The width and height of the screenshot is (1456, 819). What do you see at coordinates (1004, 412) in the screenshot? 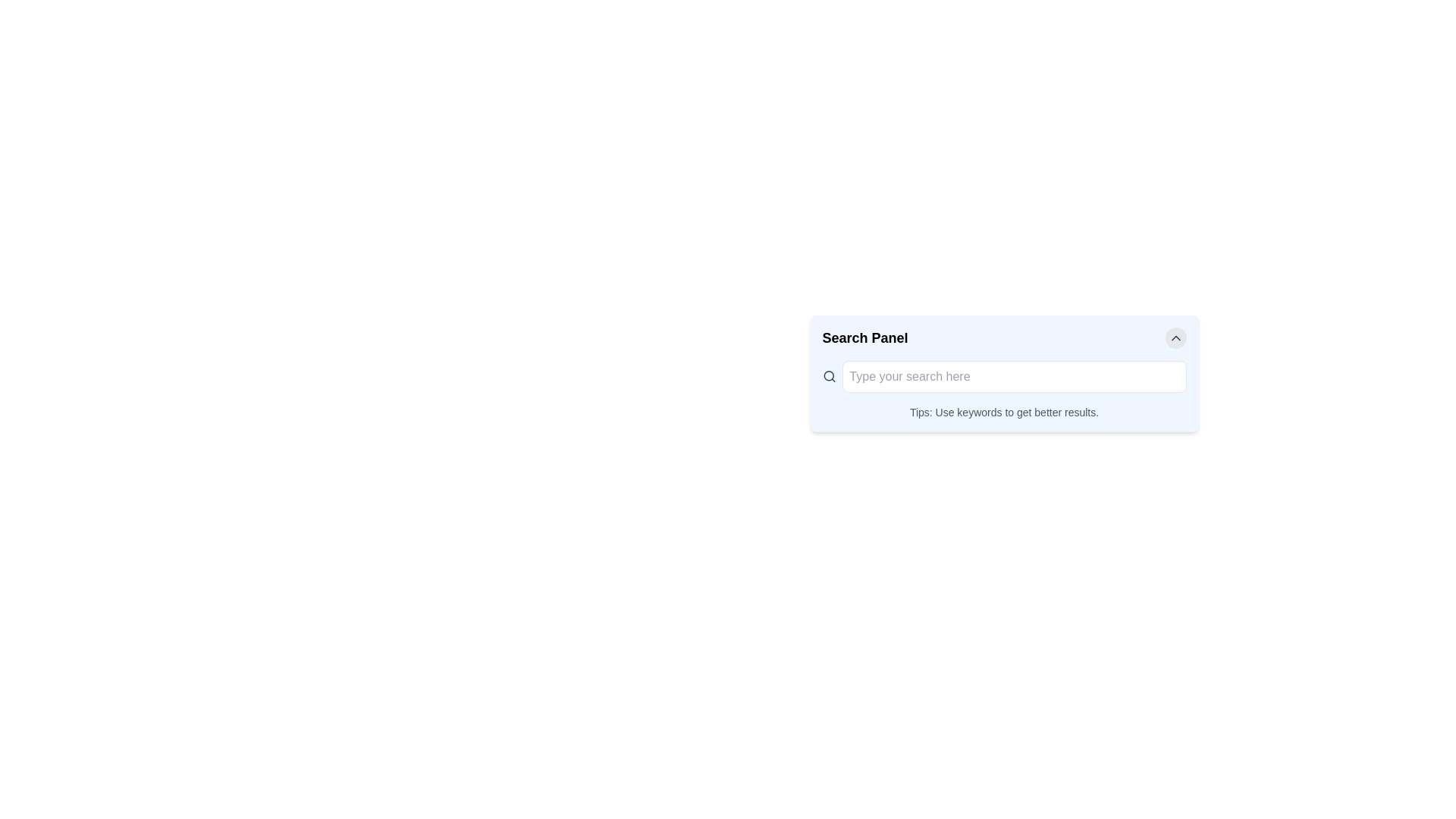
I see `the text label or hint that provides guidance on keywords for better search results, located below the input field with the placeholder 'Type your search here.'` at bounding box center [1004, 412].